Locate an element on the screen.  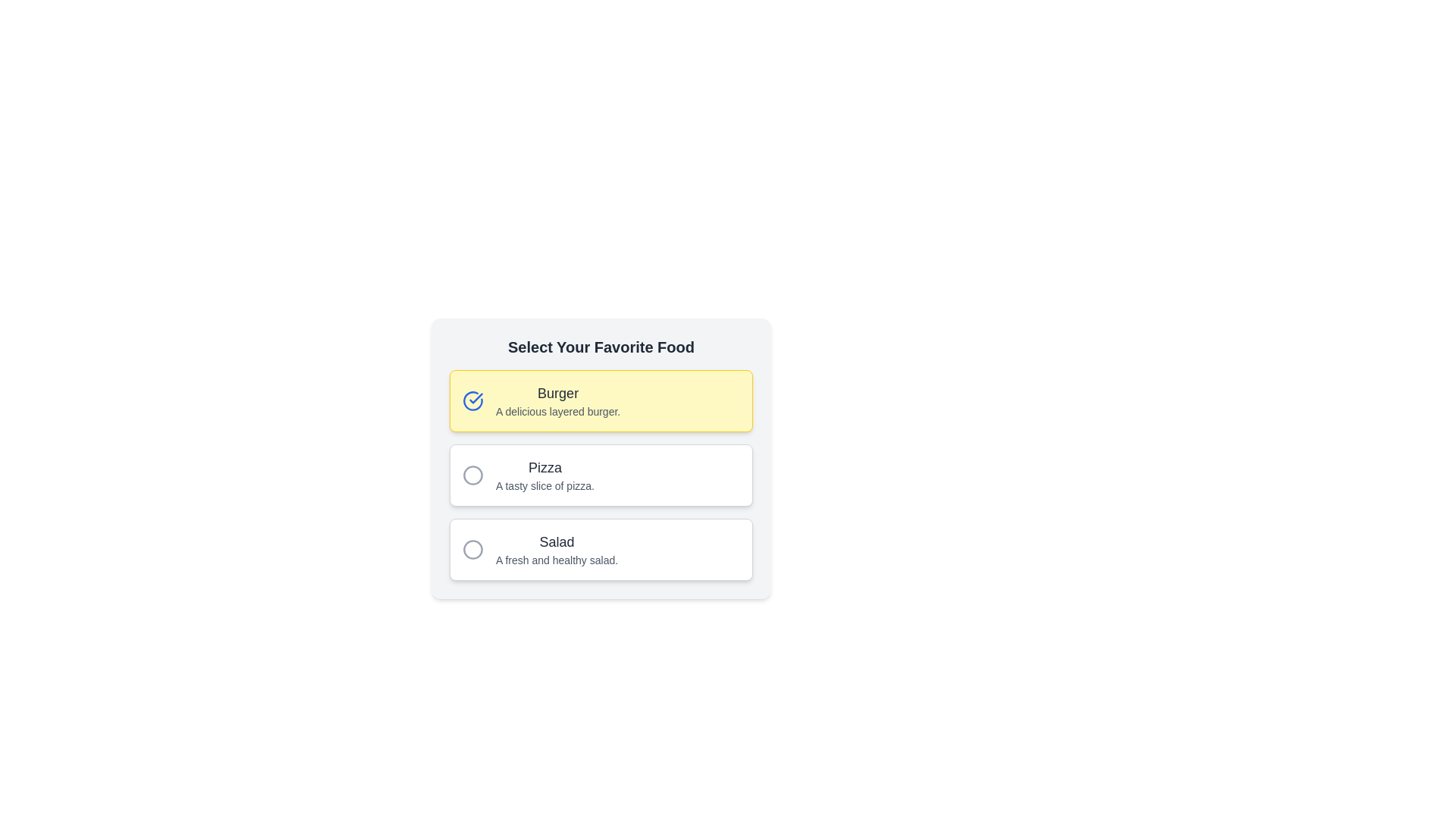
the status of the circular icon with a blue checkmark located within the 'Burger' section of the food item selection card is located at coordinates (472, 400).